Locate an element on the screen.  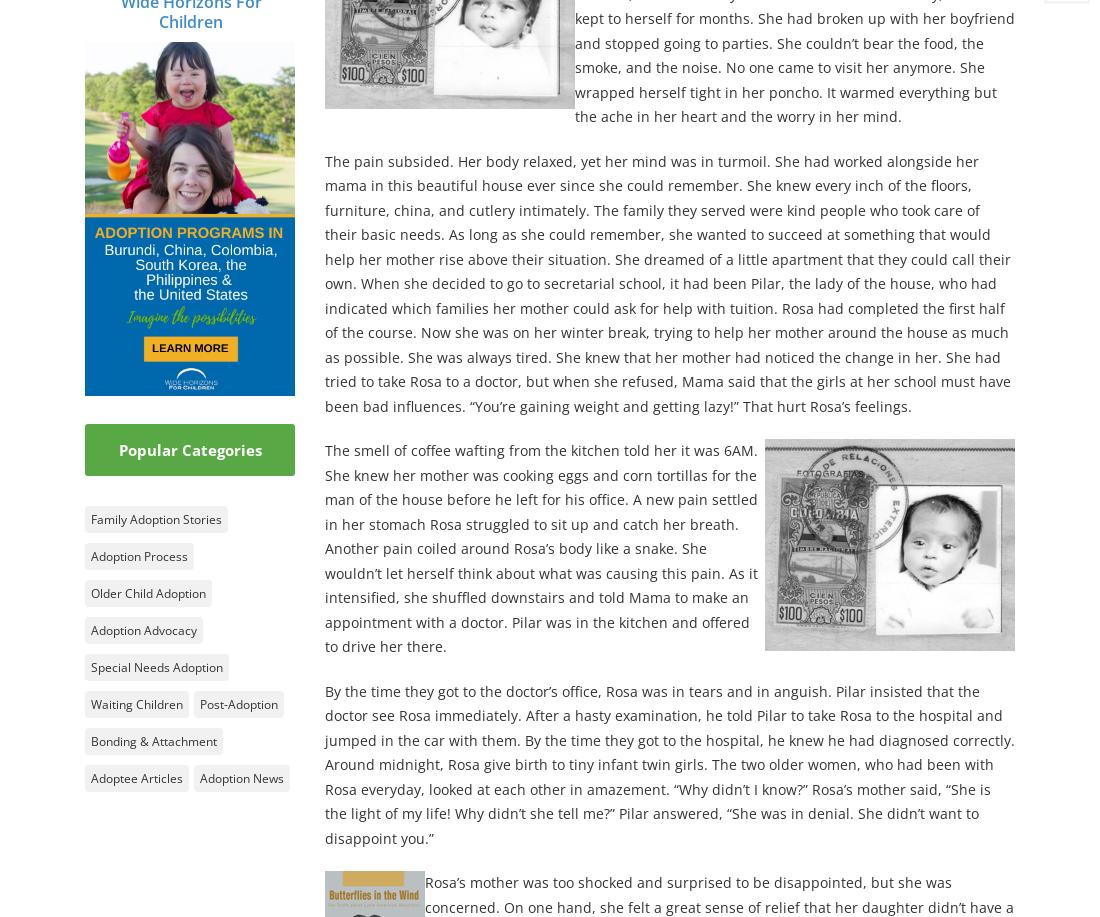
'Adoptee Articles' is located at coordinates (136, 776).